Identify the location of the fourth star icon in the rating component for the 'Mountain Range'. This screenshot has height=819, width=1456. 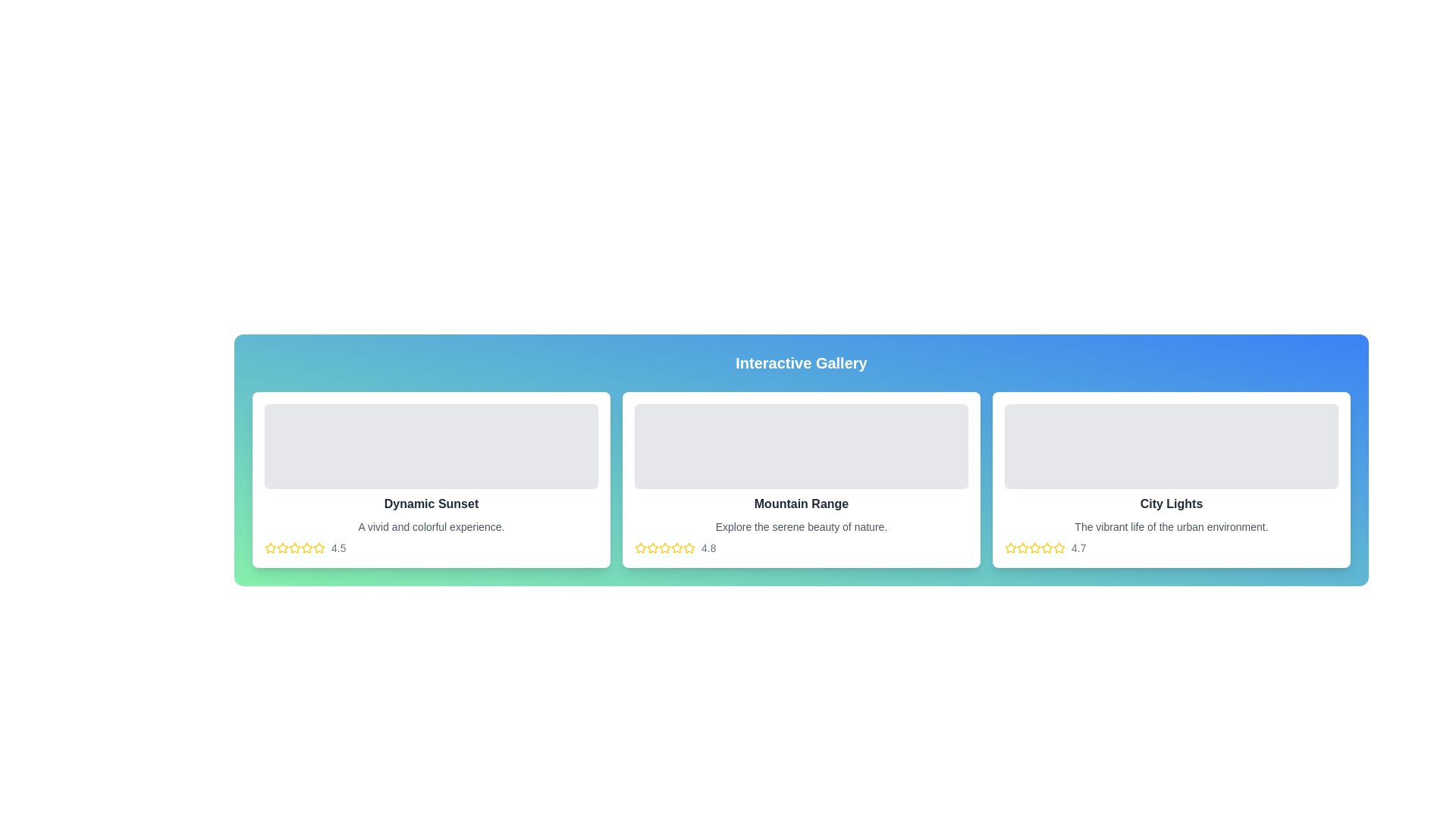
(688, 548).